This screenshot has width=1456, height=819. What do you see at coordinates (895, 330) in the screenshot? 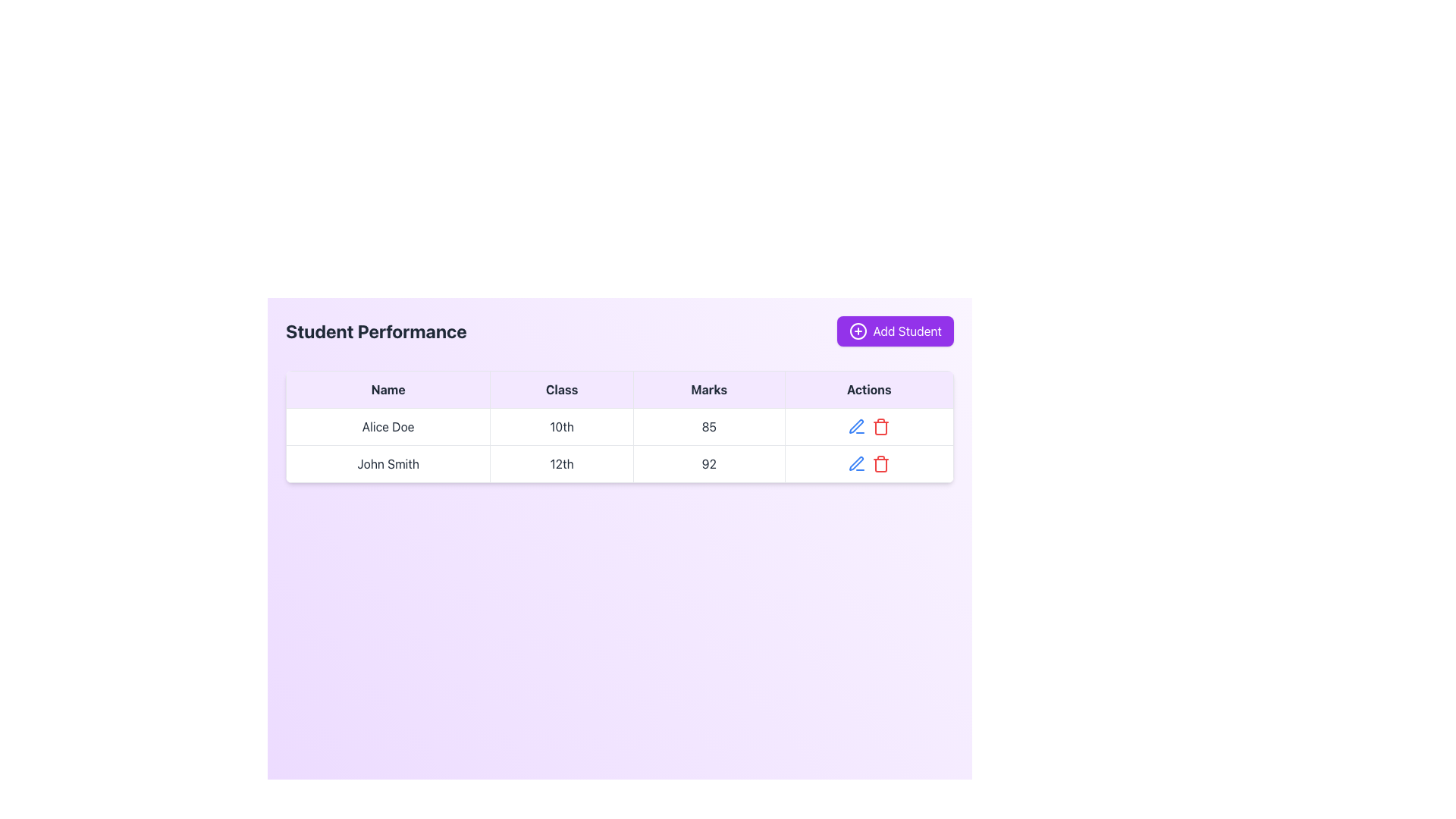
I see `the 'Add Student' button, which is a rectangular button with a vibrant purple background, white text, and a circular '+' icon, located in the top-right corner of the 'Student Performance' section` at bounding box center [895, 330].